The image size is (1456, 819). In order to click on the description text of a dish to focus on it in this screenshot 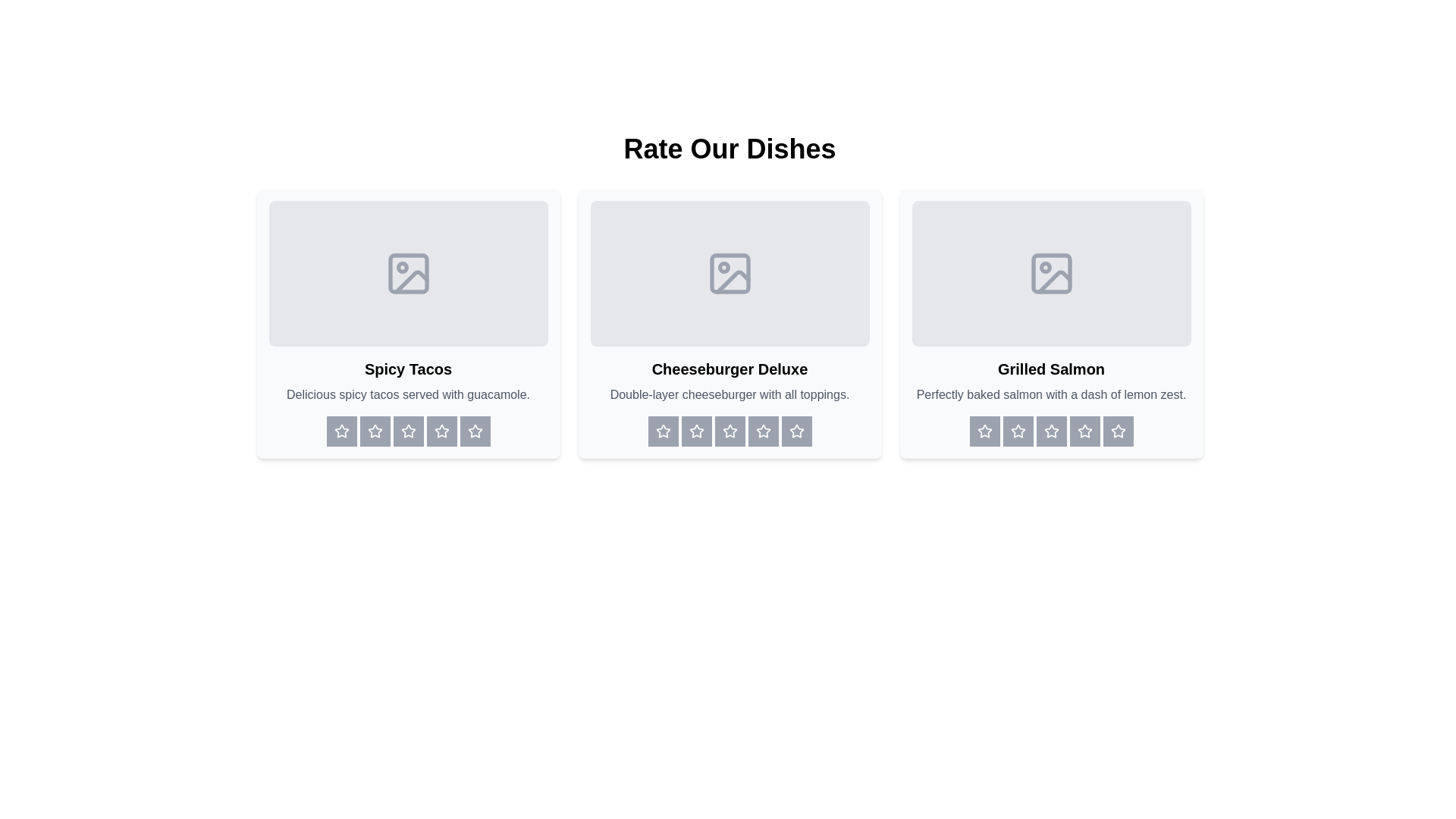, I will do `click(408, 394)`.